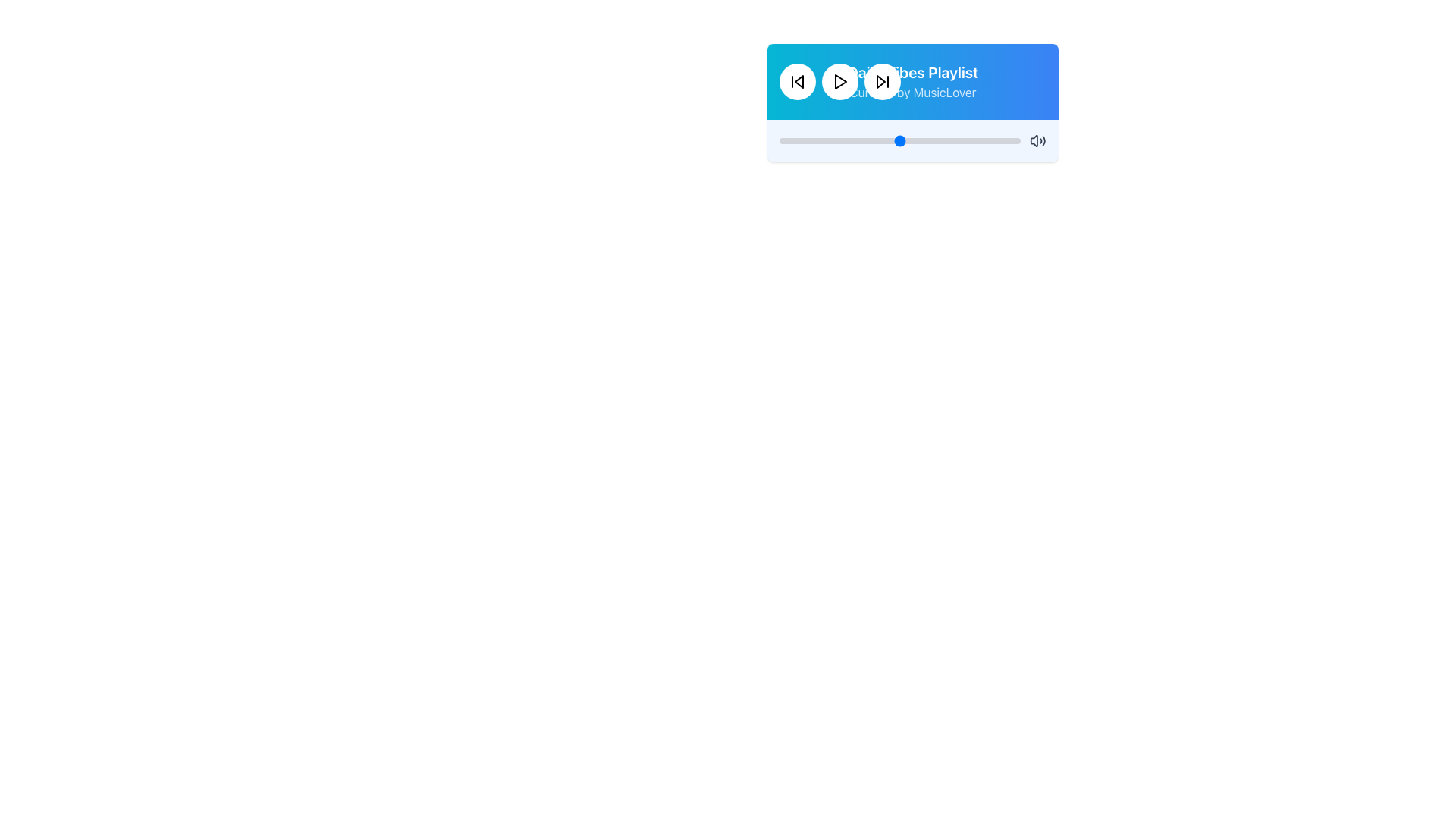 This screenshot has height=819, width=1456. I want to click on the 'Next' or 'Skip Forward' icon, which is the third control icon in the row, located in the center top of the player interface, so click(882, 82).